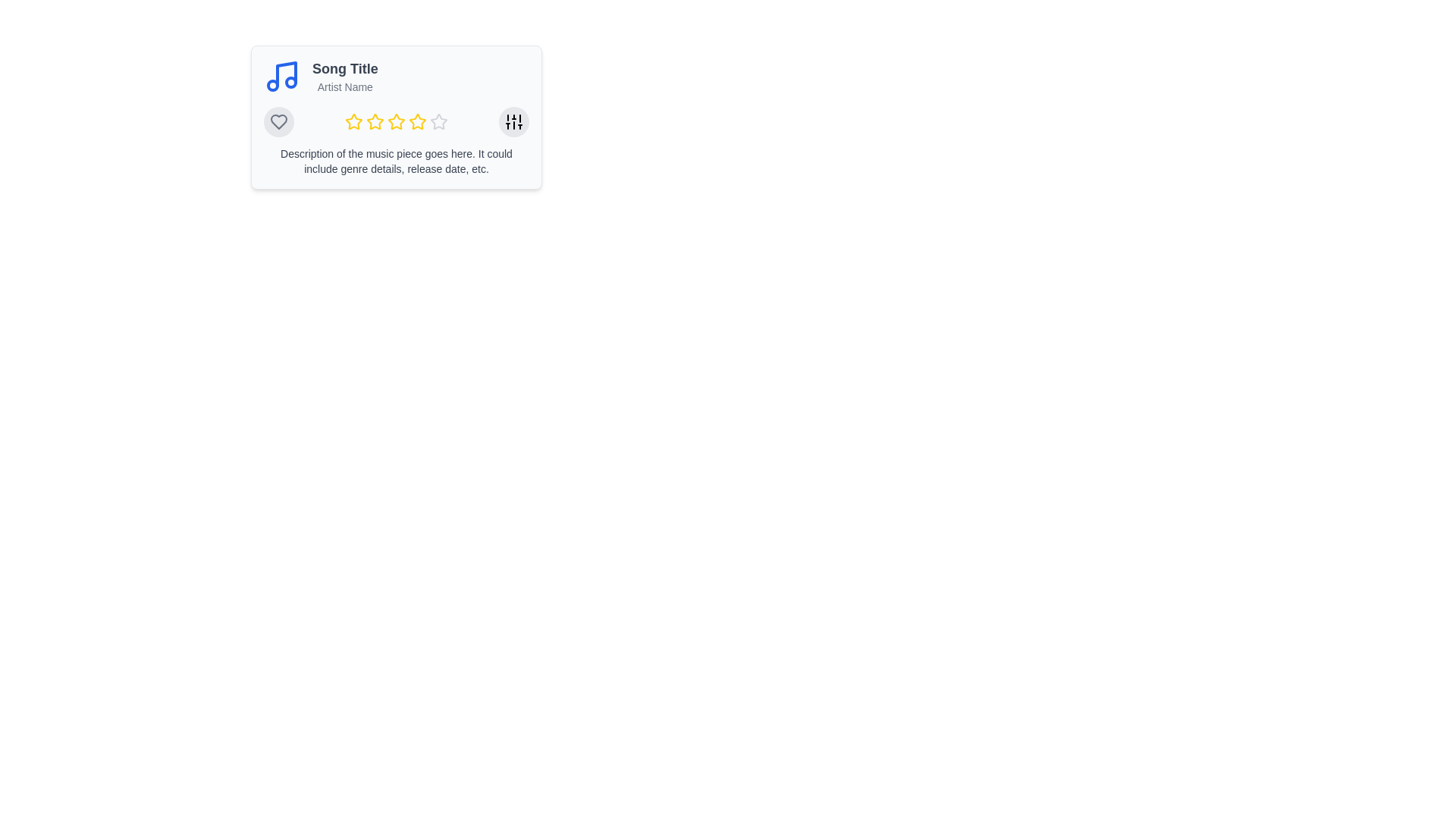 The width and height of the screenshot is (1456, 819). I want to click on the third yellow star in the rating component, so click(397, 121).